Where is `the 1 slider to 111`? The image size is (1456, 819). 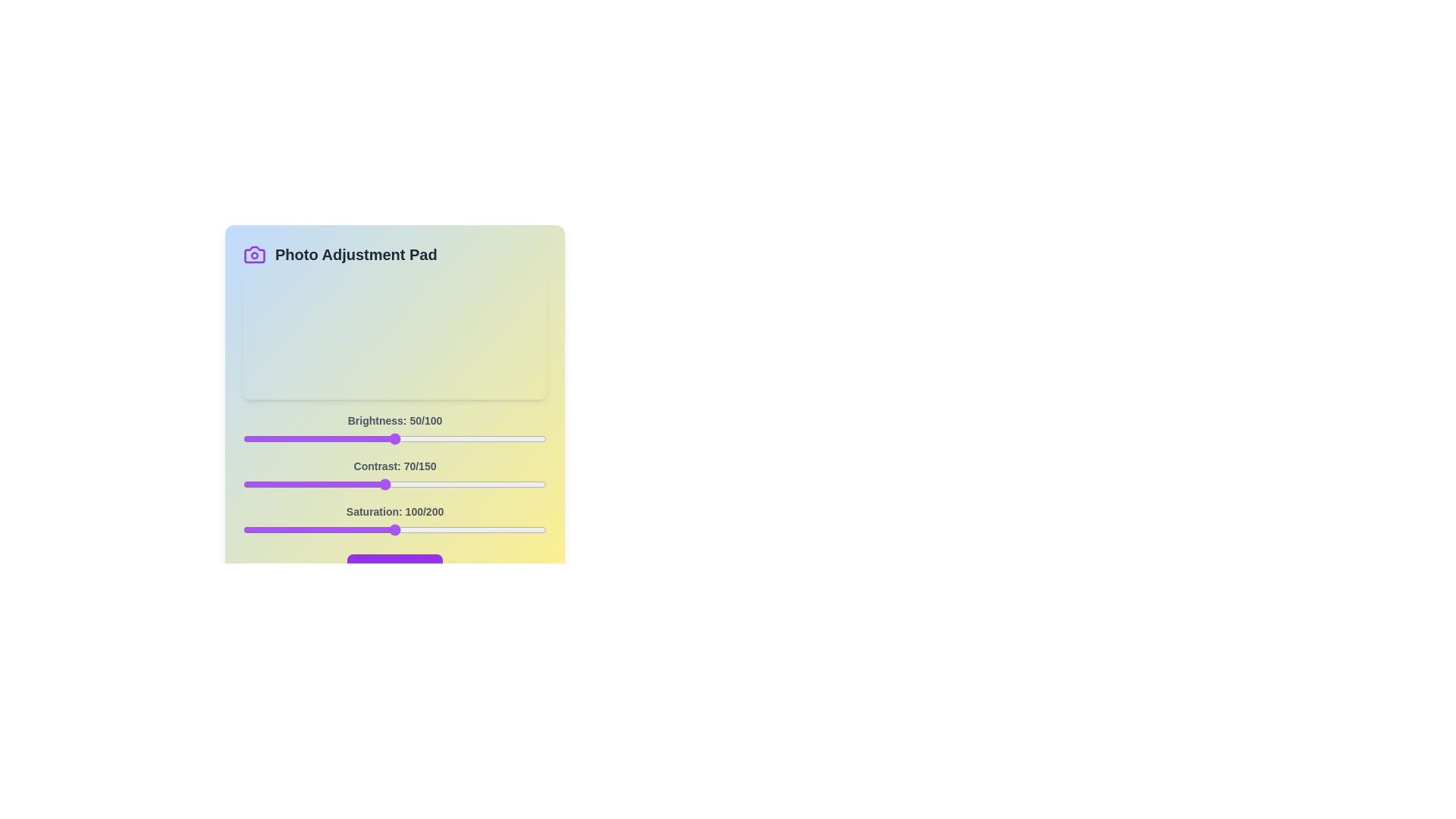
the 1 slider to 111 is located at coordinates (467, 485).